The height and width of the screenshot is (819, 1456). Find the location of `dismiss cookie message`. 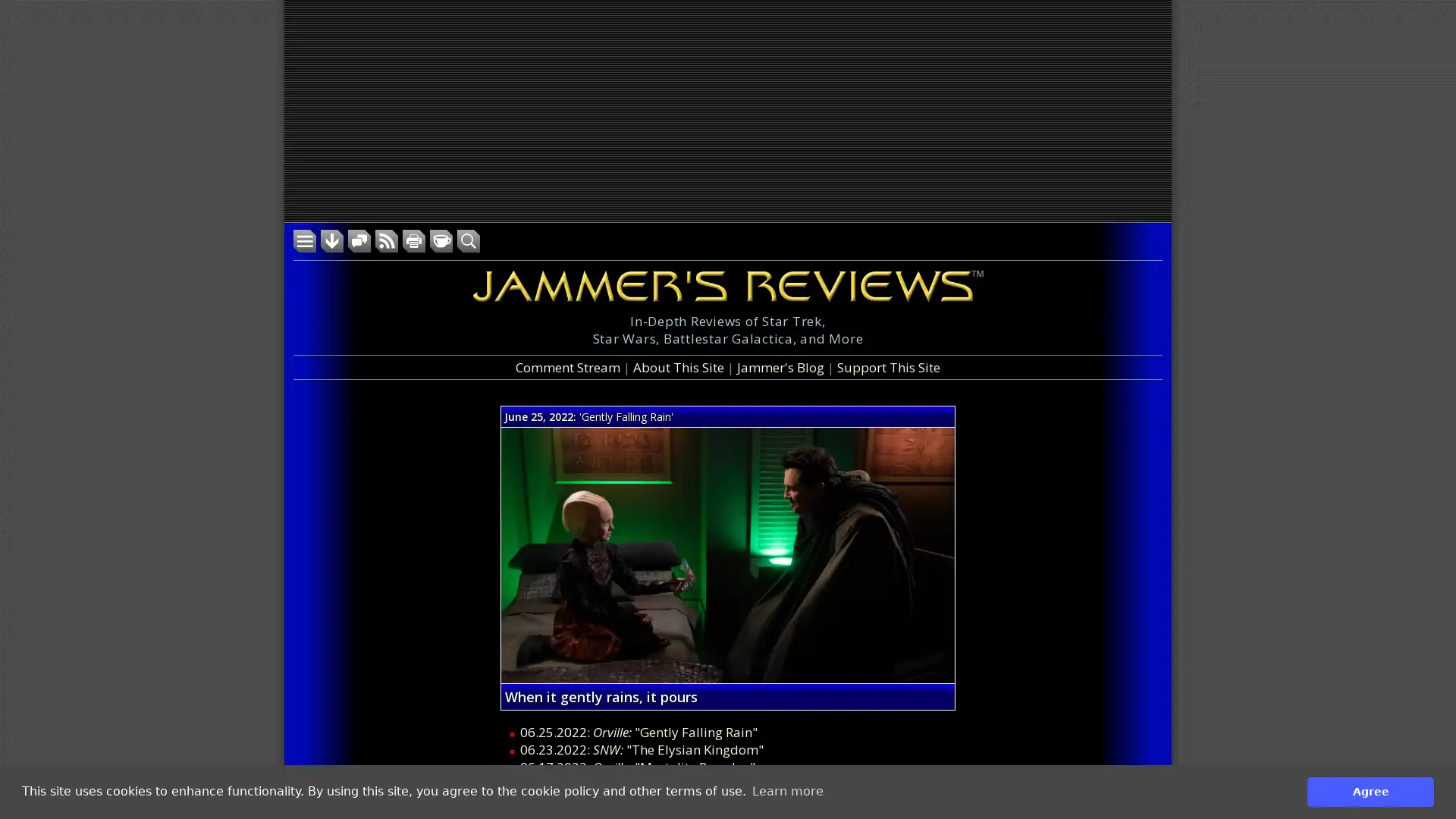

dismiss cookie message is located at coordinates (1370, 791).